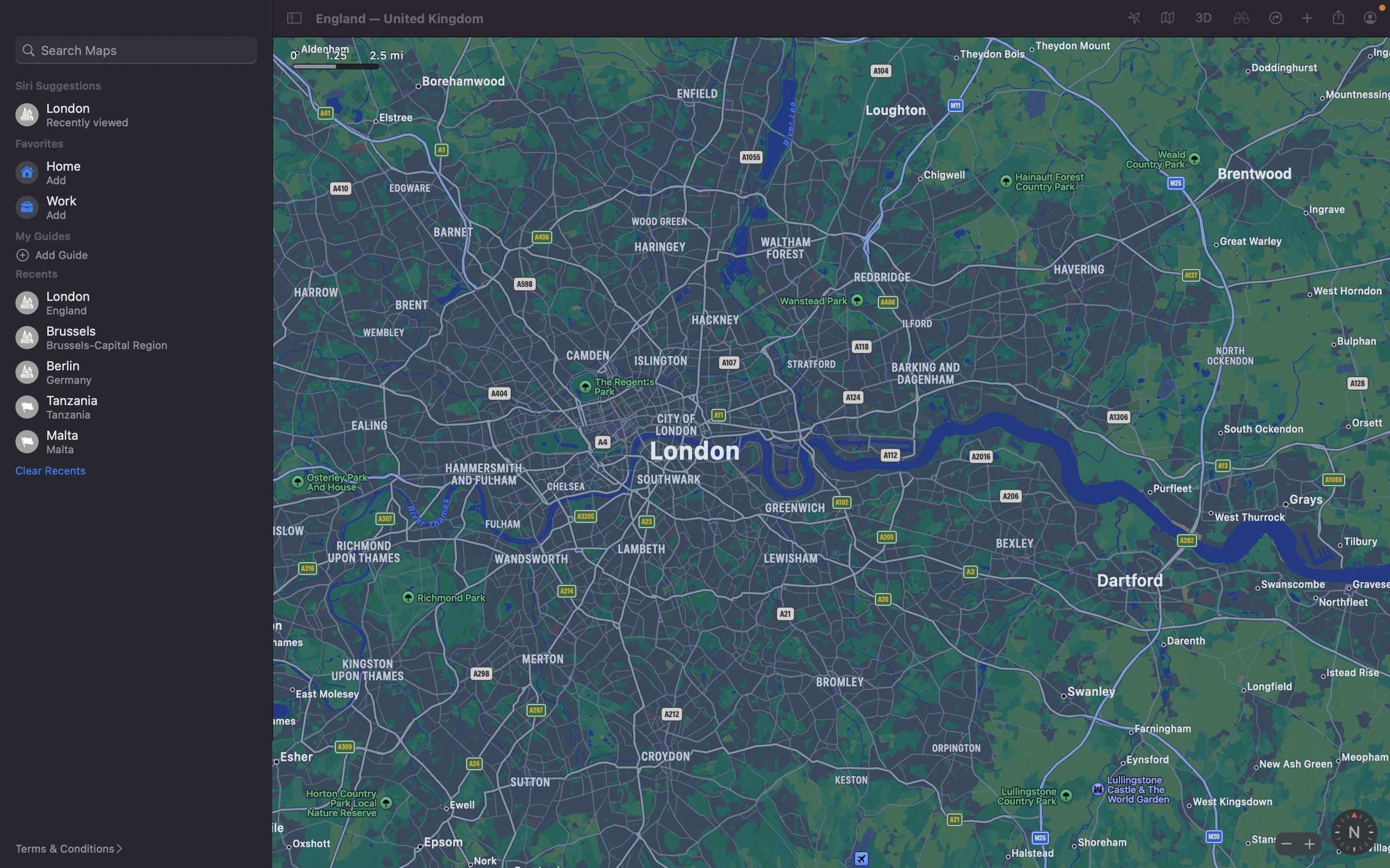 This screenshot has width=1390, height=868. I want to click on Incorporate a fresh sightseeing guide, so click(140, 254).